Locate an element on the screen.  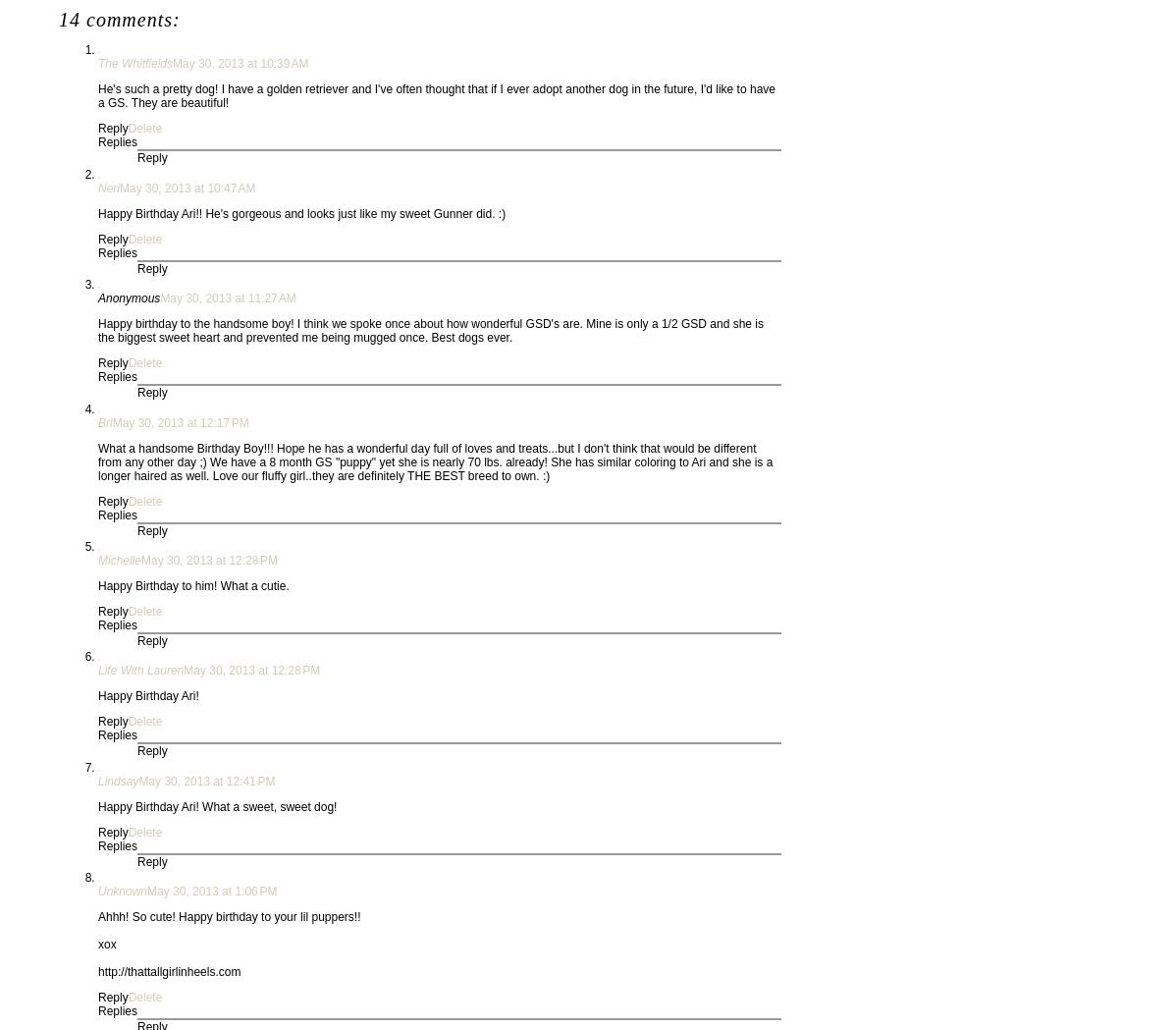
'14 comments:' is located at coordinates (59, 19).